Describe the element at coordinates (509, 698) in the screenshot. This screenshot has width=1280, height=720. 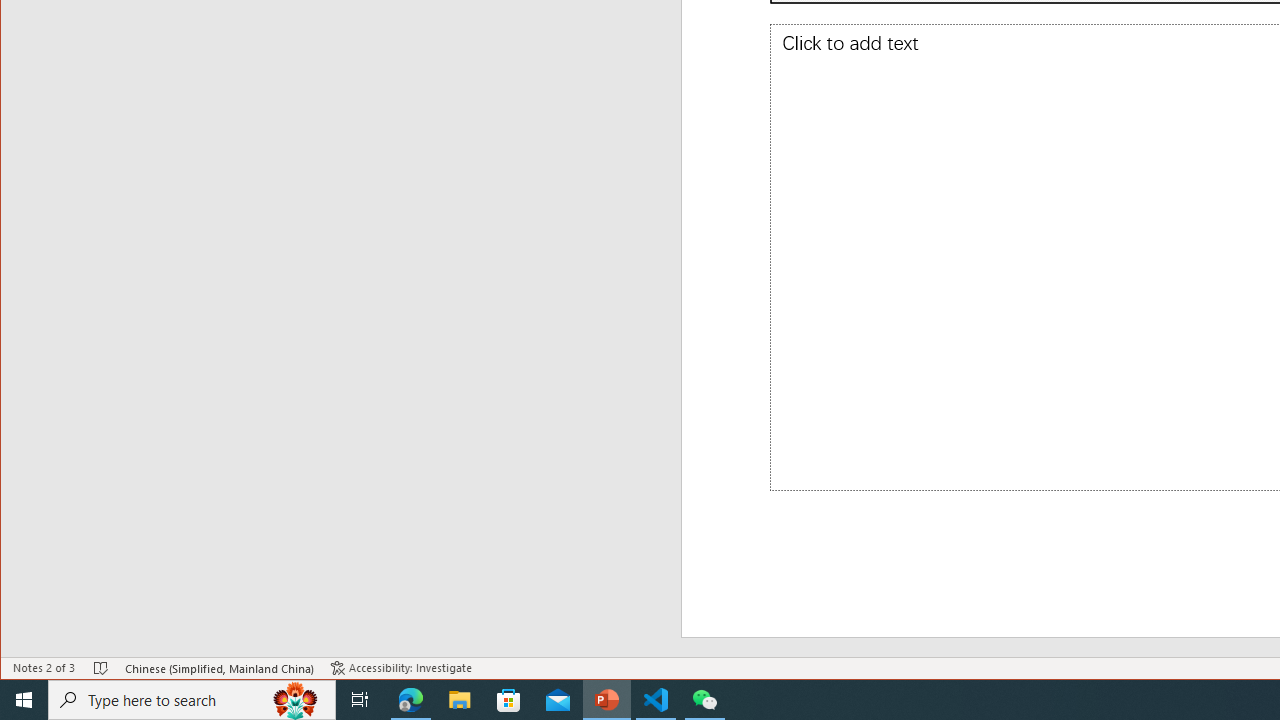
I see `'Microsoft Store'` at that location.